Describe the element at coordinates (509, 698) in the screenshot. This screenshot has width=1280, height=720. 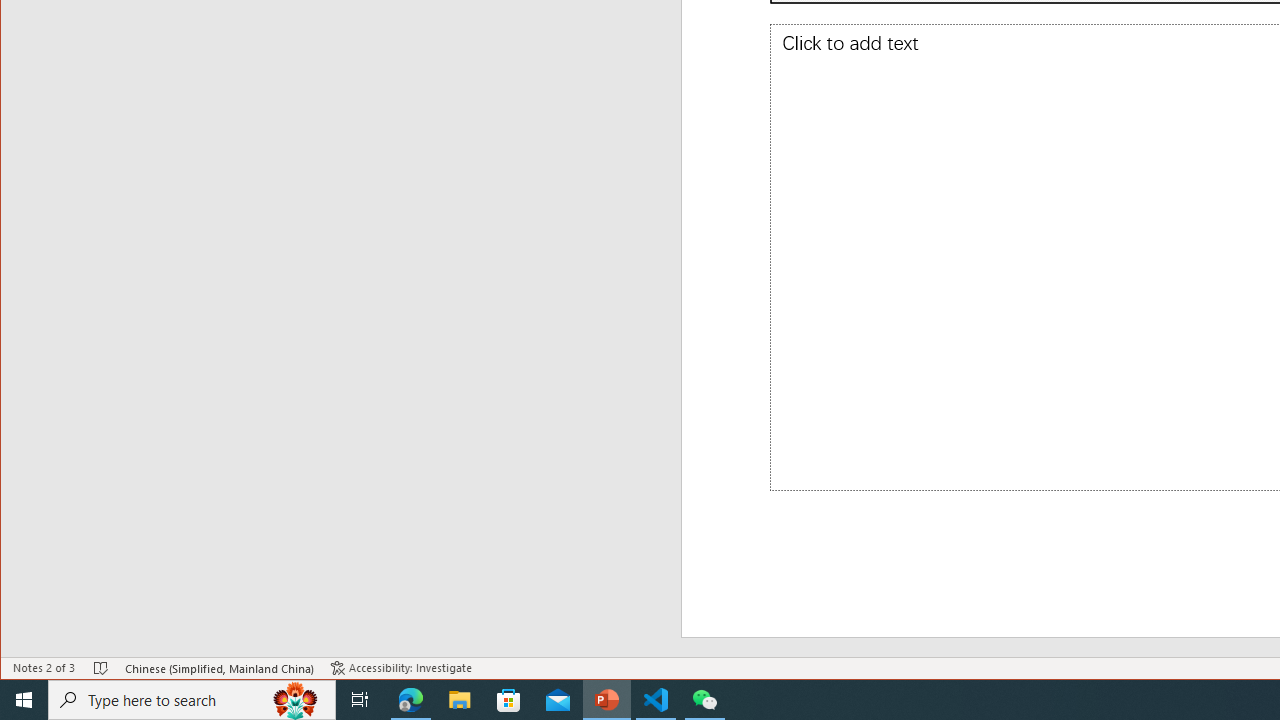
I see `'Microsoft Store'` at that location.